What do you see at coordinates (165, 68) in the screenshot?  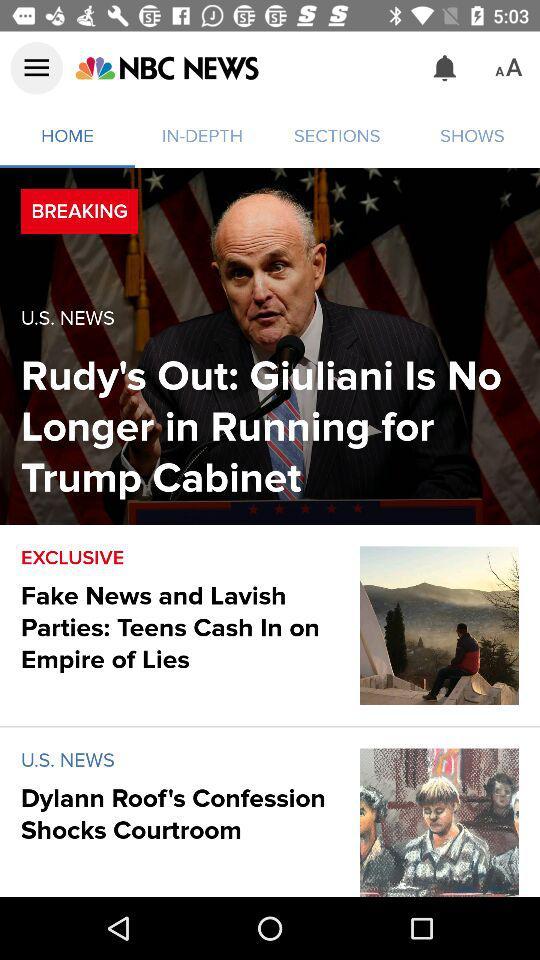 I see `the icon above home icon` at bounding box center [165, 68].